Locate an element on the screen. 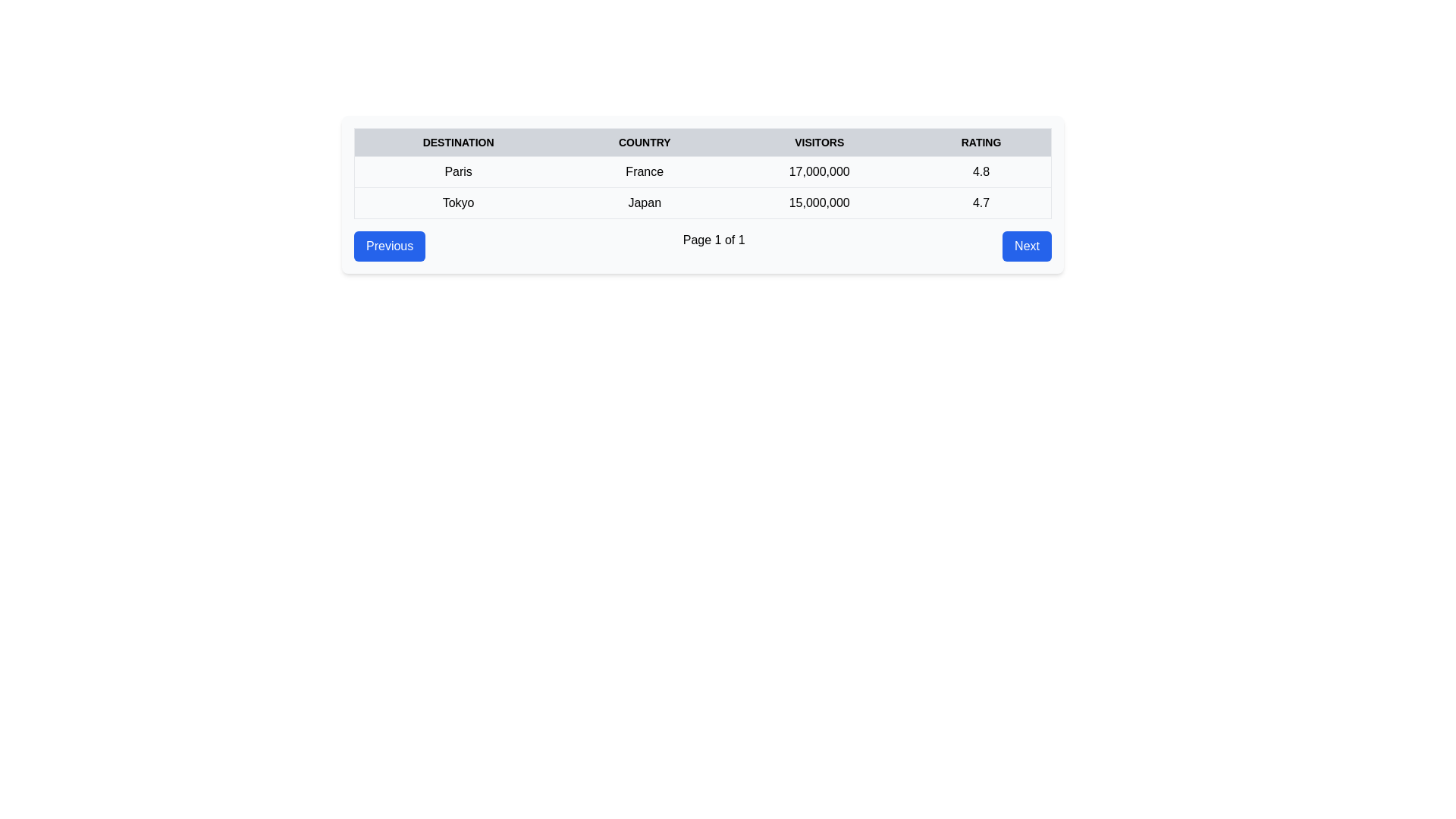 The height and width of the screenshot is (819, 1456). the 'Country' column header in the table, which is the second column located between 'Destination' and 'Visitors' is located at coordinates (645, 143).